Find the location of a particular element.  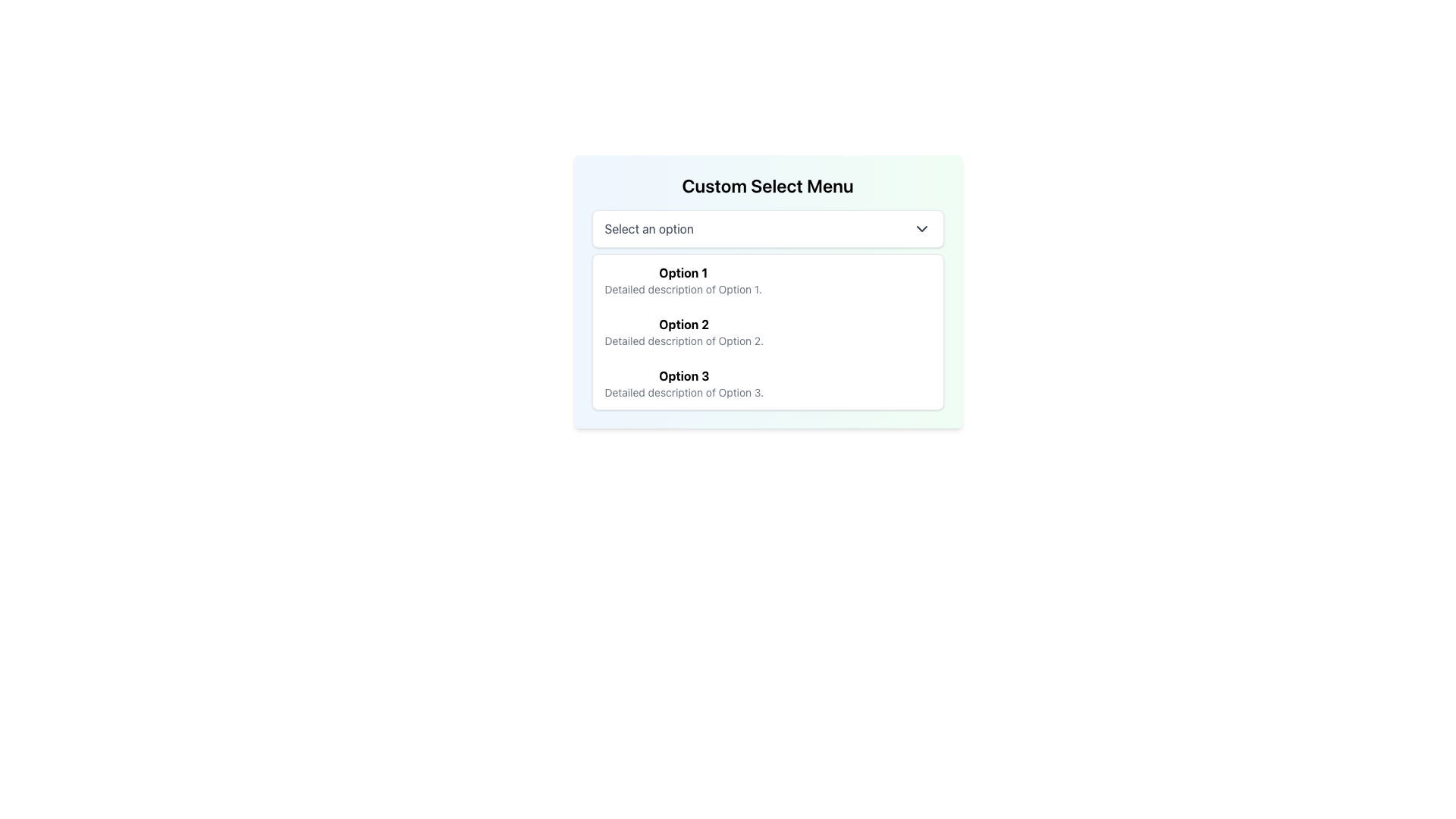

the third item in the dropdown menu labeled 'Custom Select Menu' is located at coordinates (683, 382).